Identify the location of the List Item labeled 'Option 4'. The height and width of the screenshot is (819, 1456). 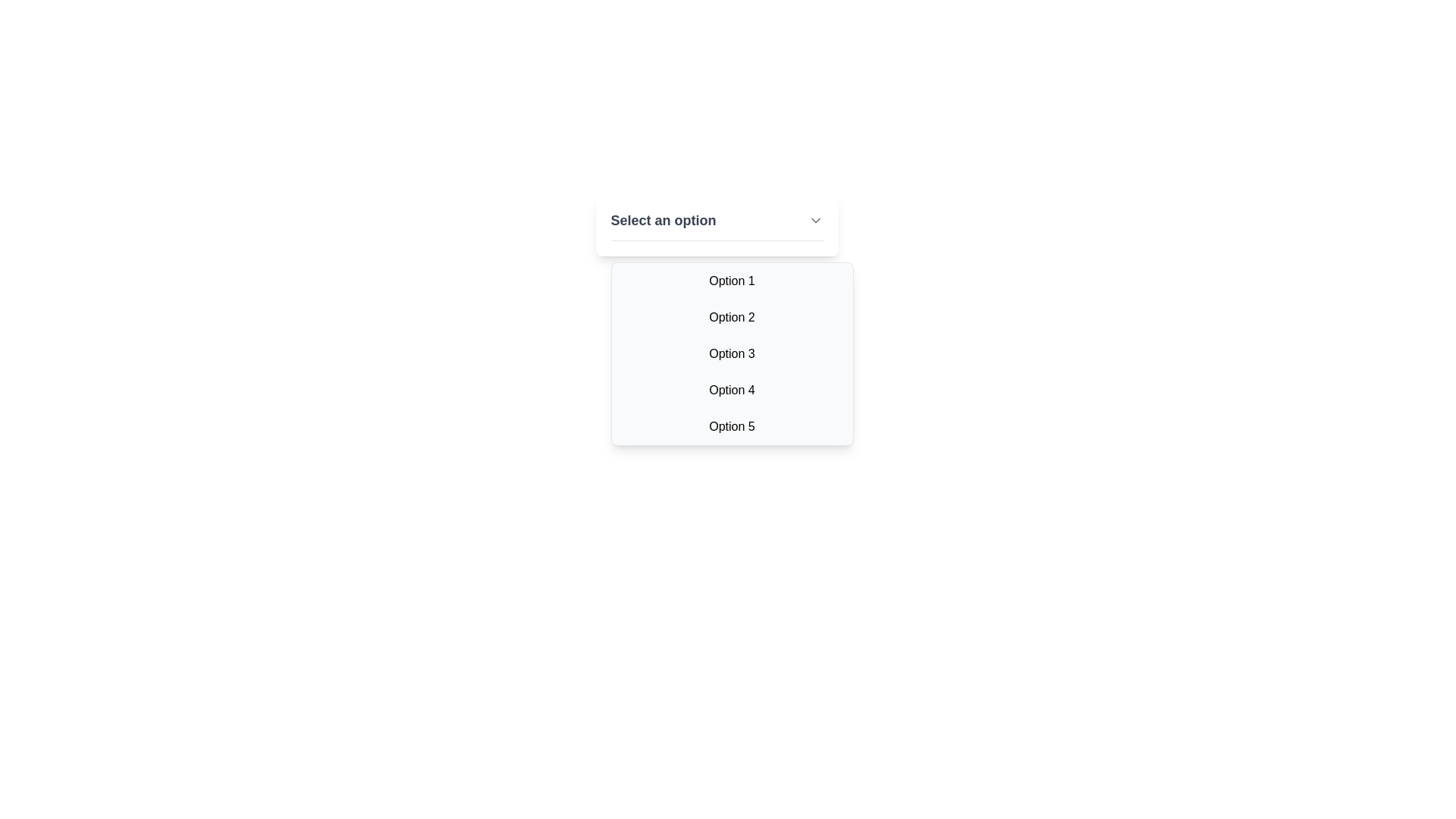
(732, 390).